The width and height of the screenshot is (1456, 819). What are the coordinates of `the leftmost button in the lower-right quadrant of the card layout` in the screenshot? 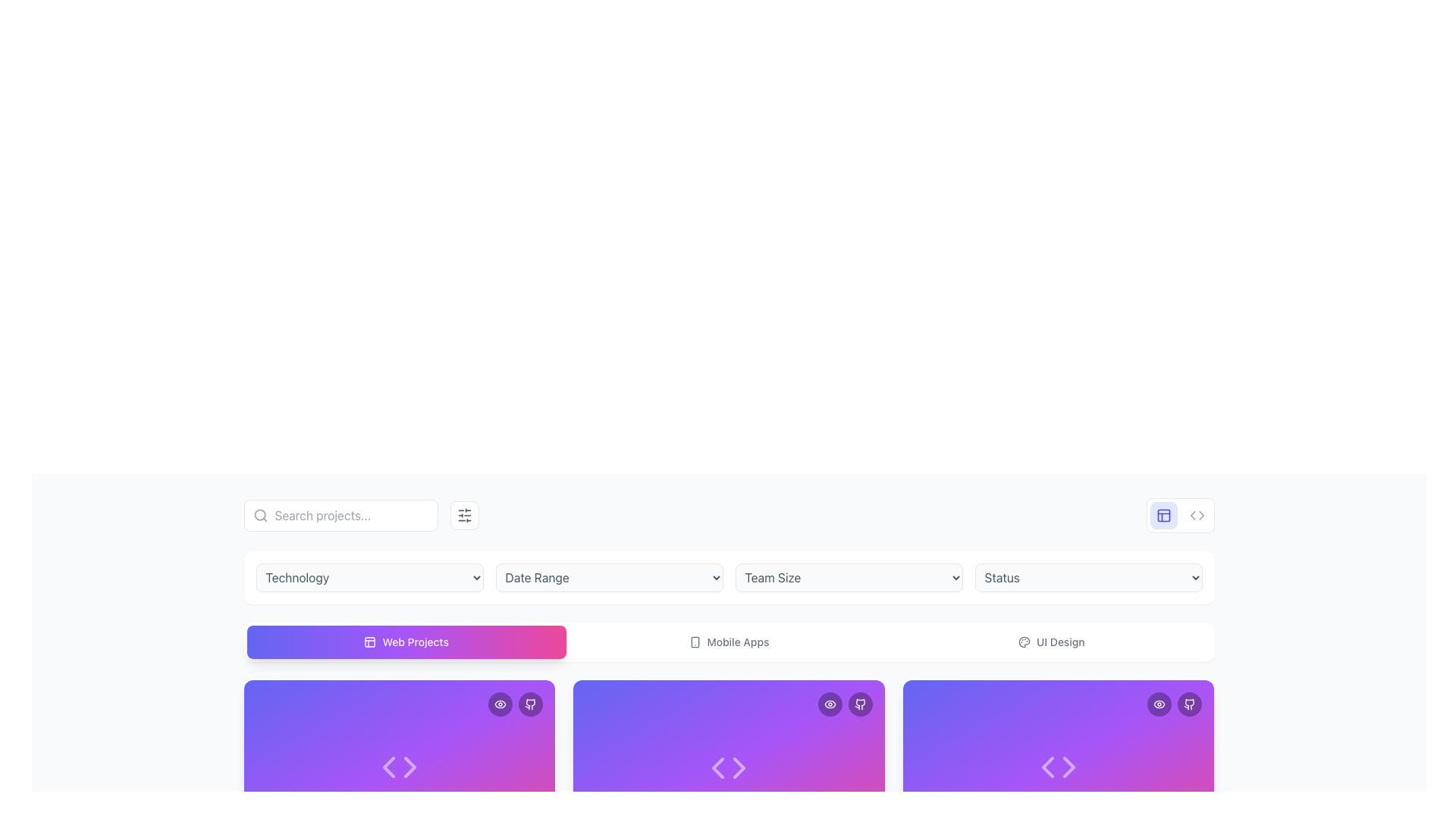 It's located at (1047, 767).